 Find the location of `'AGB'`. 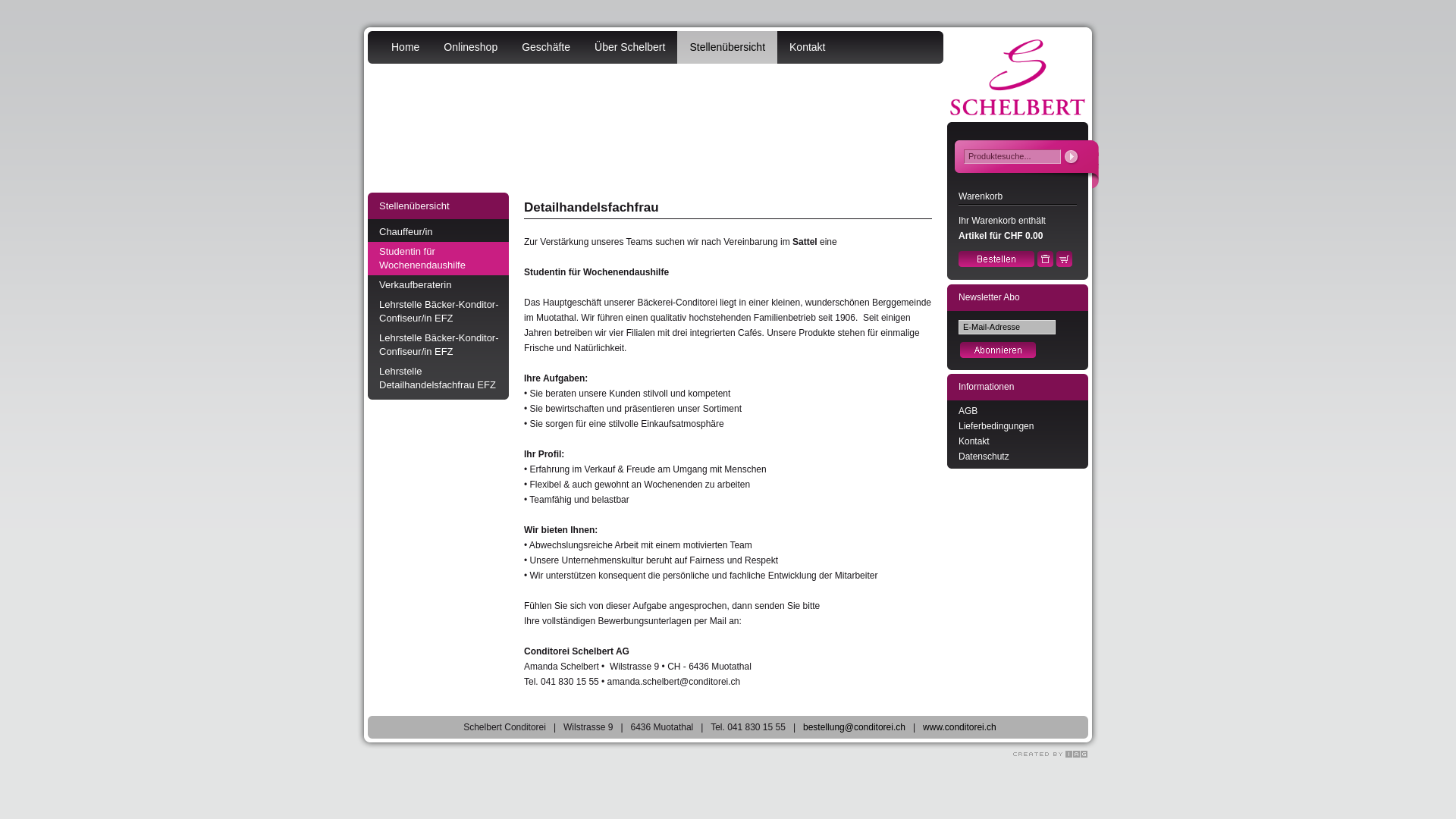

'AGB' is located at coordinates (967, 411).